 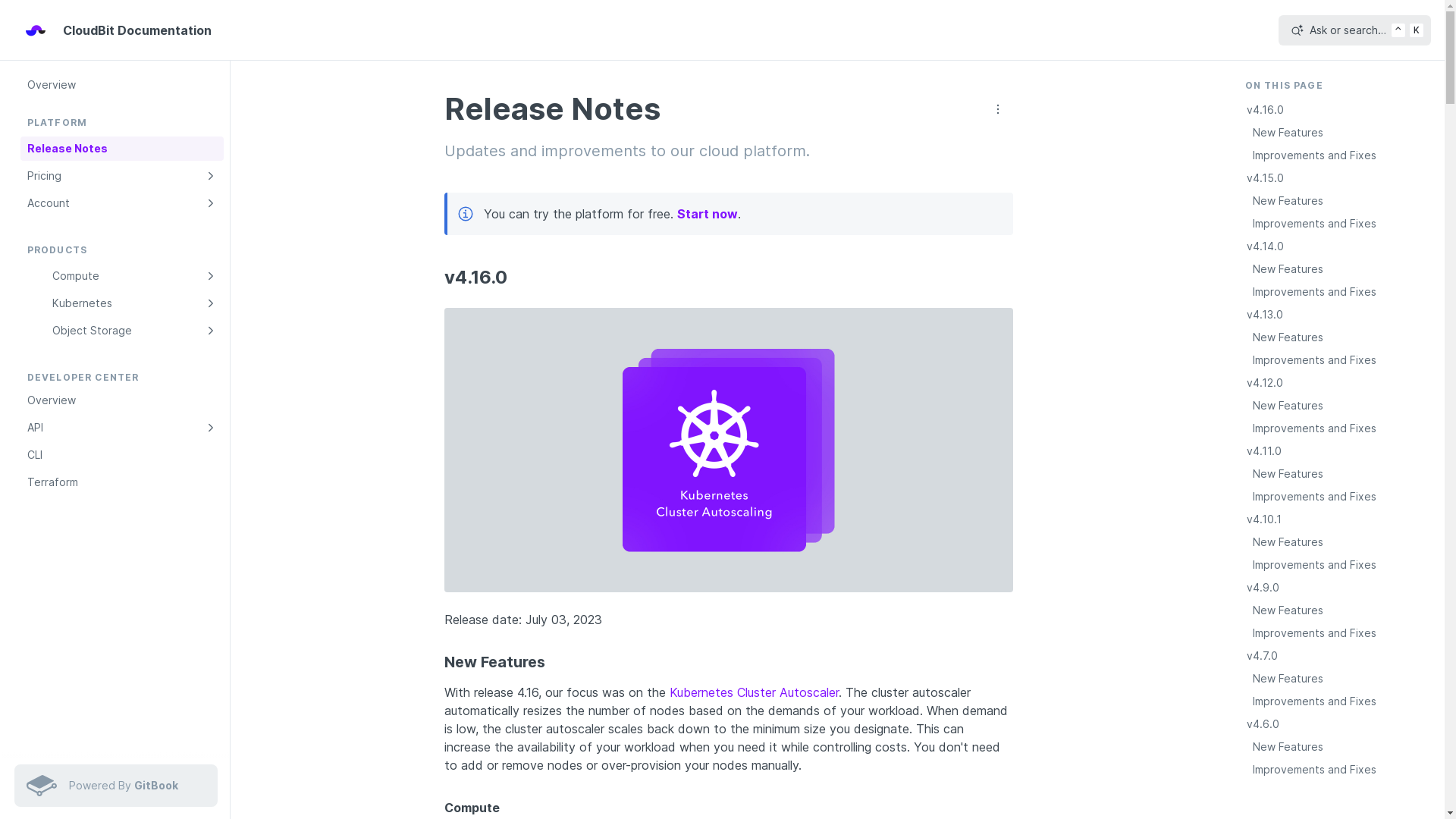 What do you see at coordinates (120, 174) in the screenshot?
I see `'Pricing'` at bounding box center [120, 174].